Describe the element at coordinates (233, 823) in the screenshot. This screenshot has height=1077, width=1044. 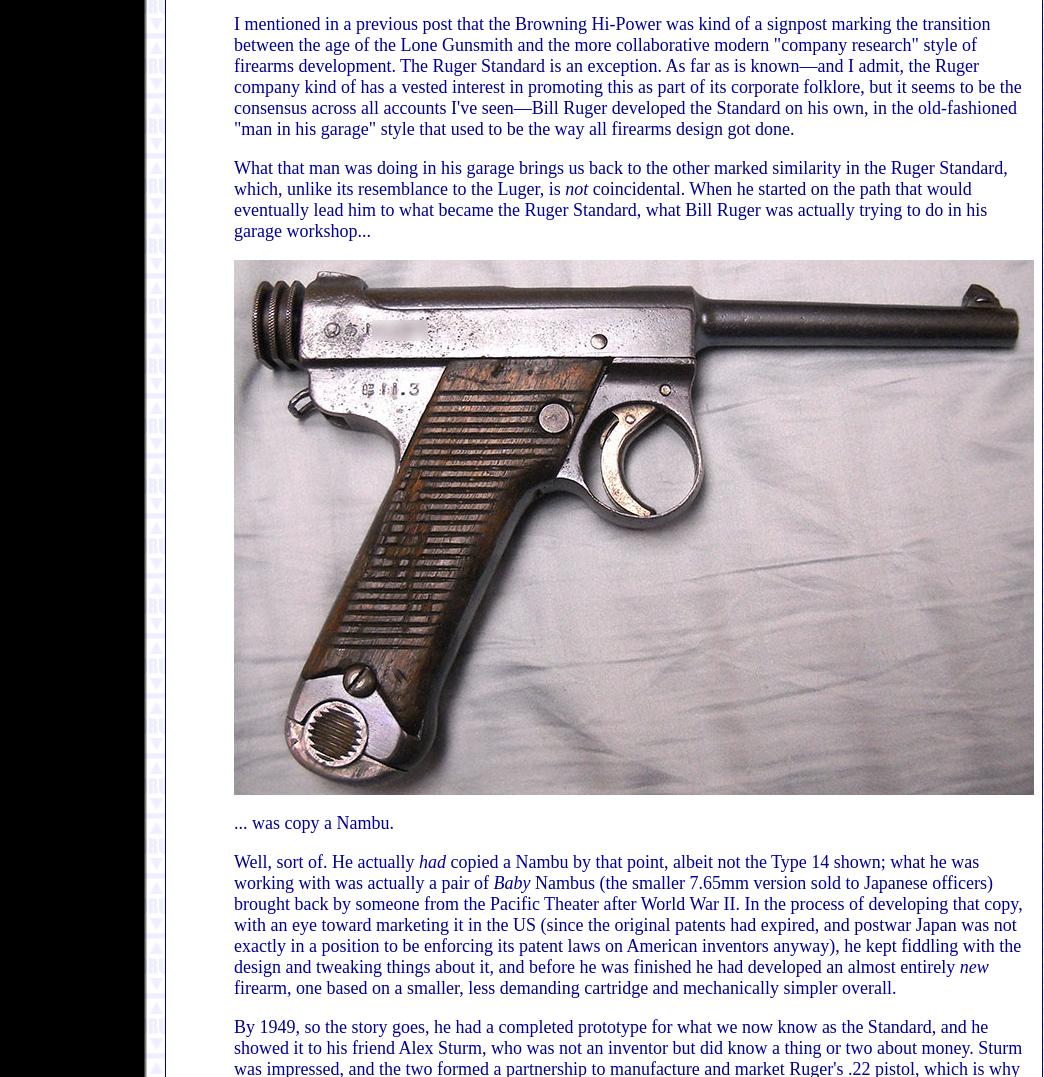
I see `'... was copy a Nambu.'` at that location.